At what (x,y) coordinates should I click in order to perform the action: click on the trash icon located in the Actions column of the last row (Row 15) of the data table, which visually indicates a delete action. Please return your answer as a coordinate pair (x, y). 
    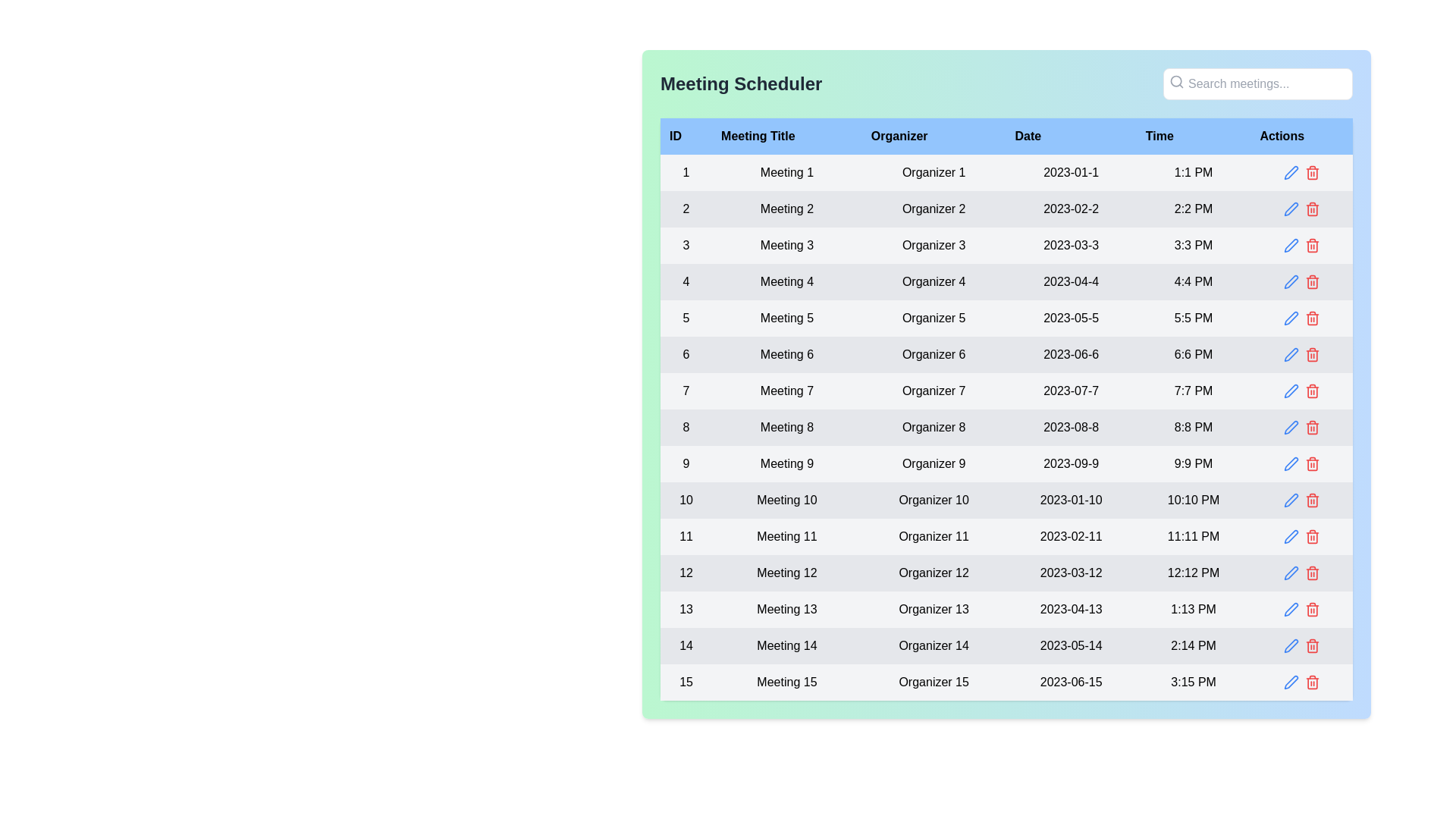
    Looking at the image, I should click on (1311, 647).